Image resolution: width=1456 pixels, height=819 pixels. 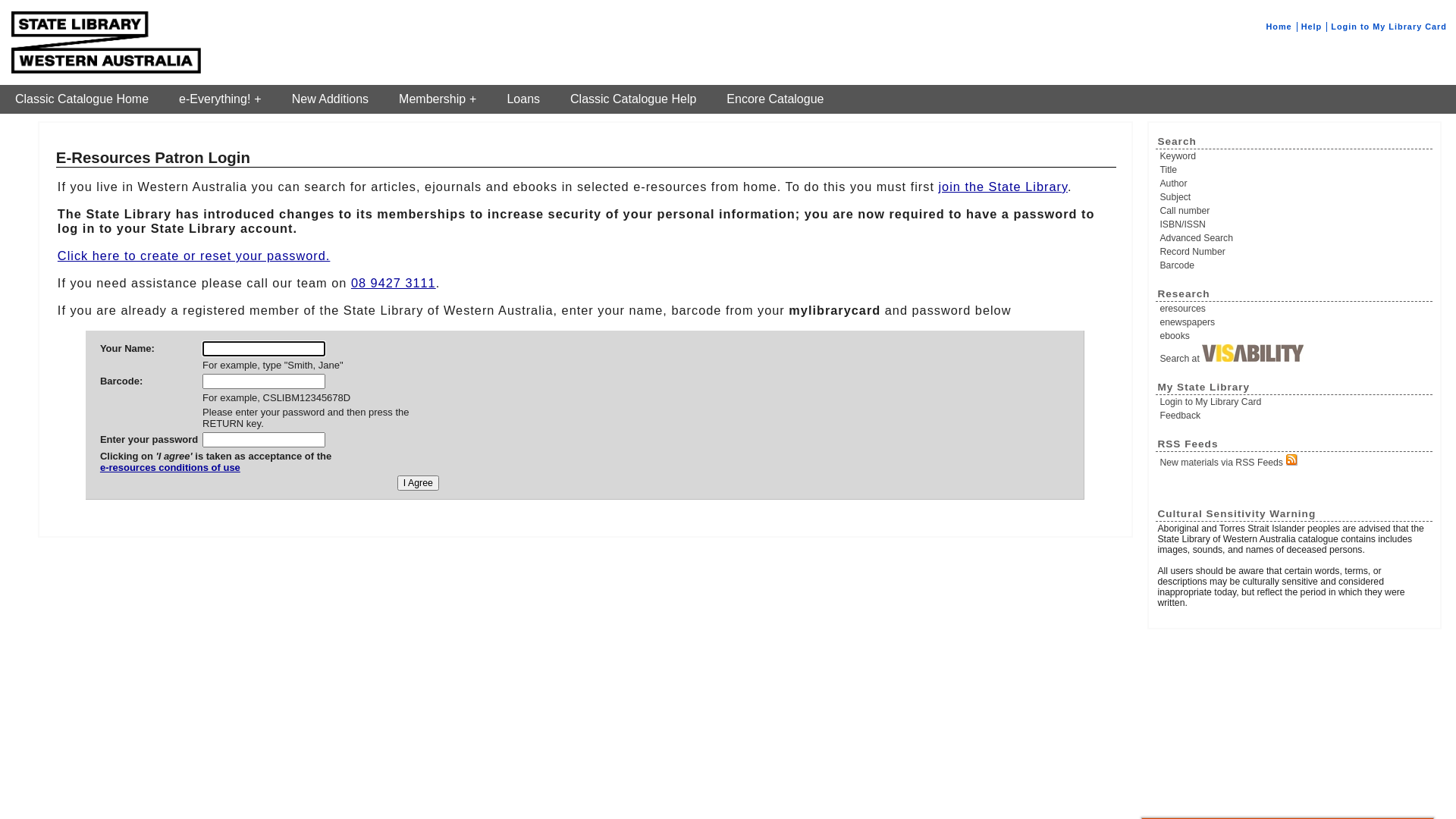 I want to click on 'Loans', so click(x=523, y=99).